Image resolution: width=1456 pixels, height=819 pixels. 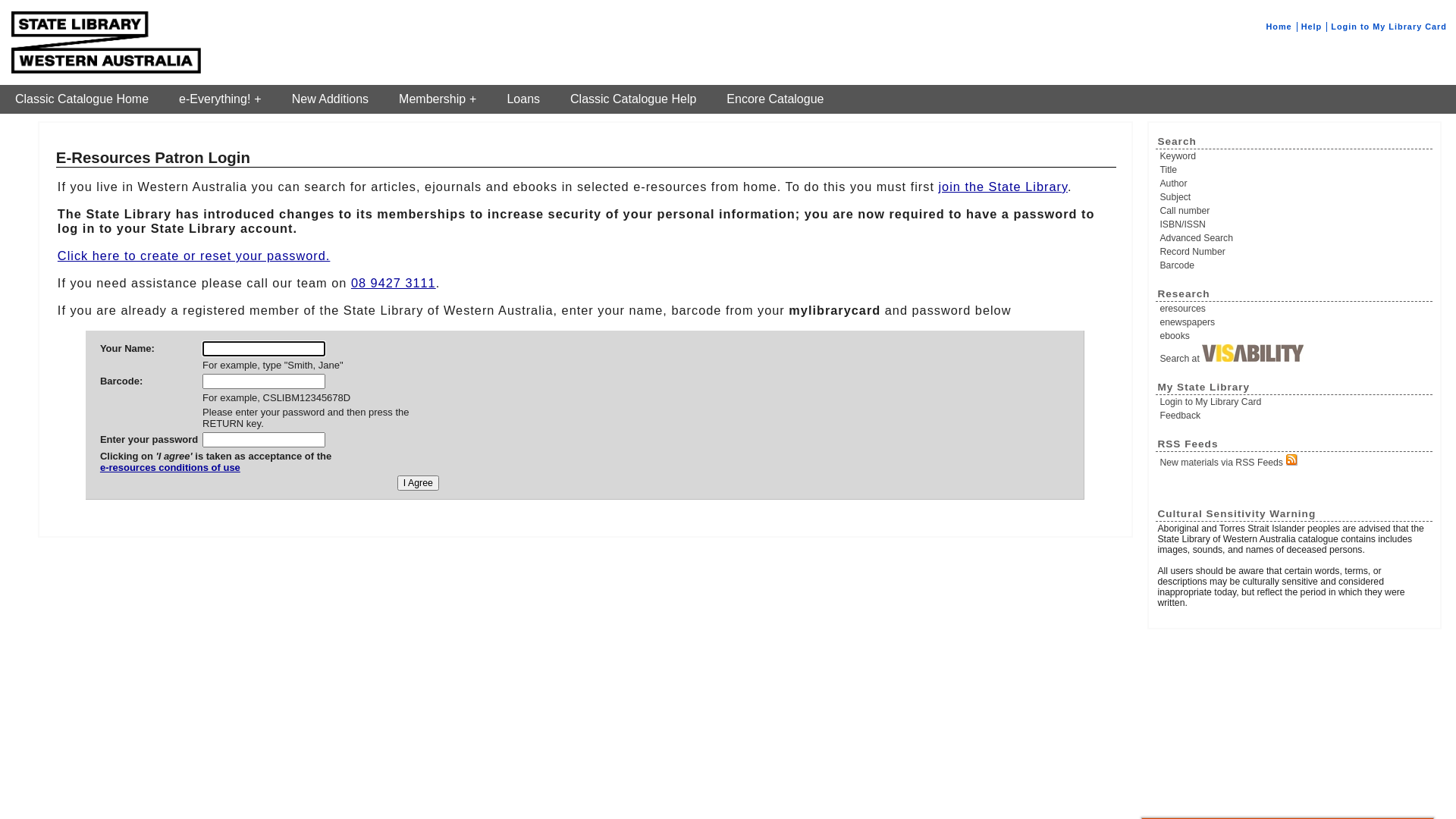 I want to click on 'Loans', so click(x=523, y=99).